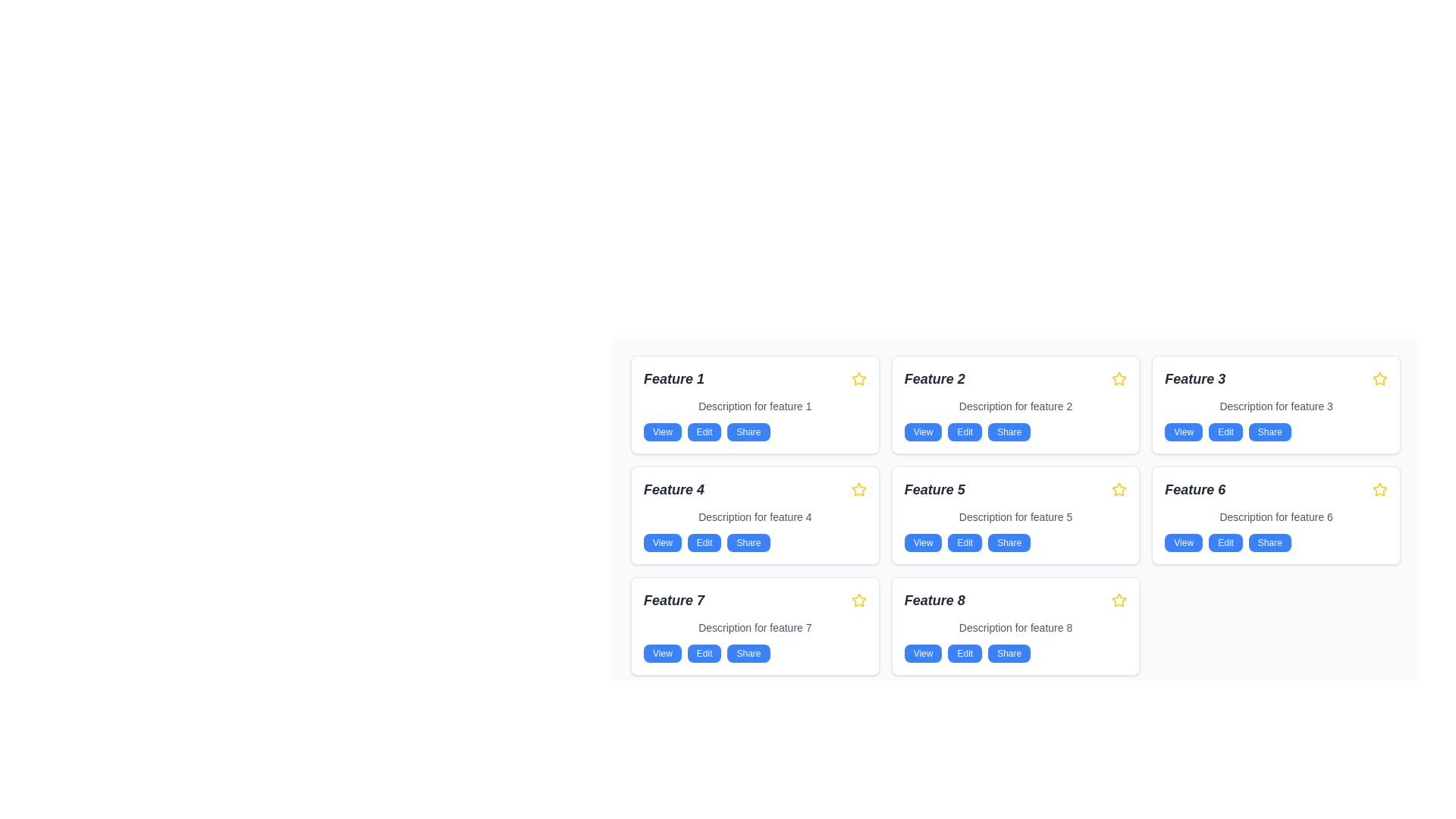 Image resolution: width=1456 pixels, height=819 pixels. What do you see at coordinates (755, 628) in the screenshot?
I see `the text label that provides additional context for 'Feature 7', positioned below the title and above the buttons labeled 'View', 'Edit', and 'Share'` at bounding box center [755, 628].